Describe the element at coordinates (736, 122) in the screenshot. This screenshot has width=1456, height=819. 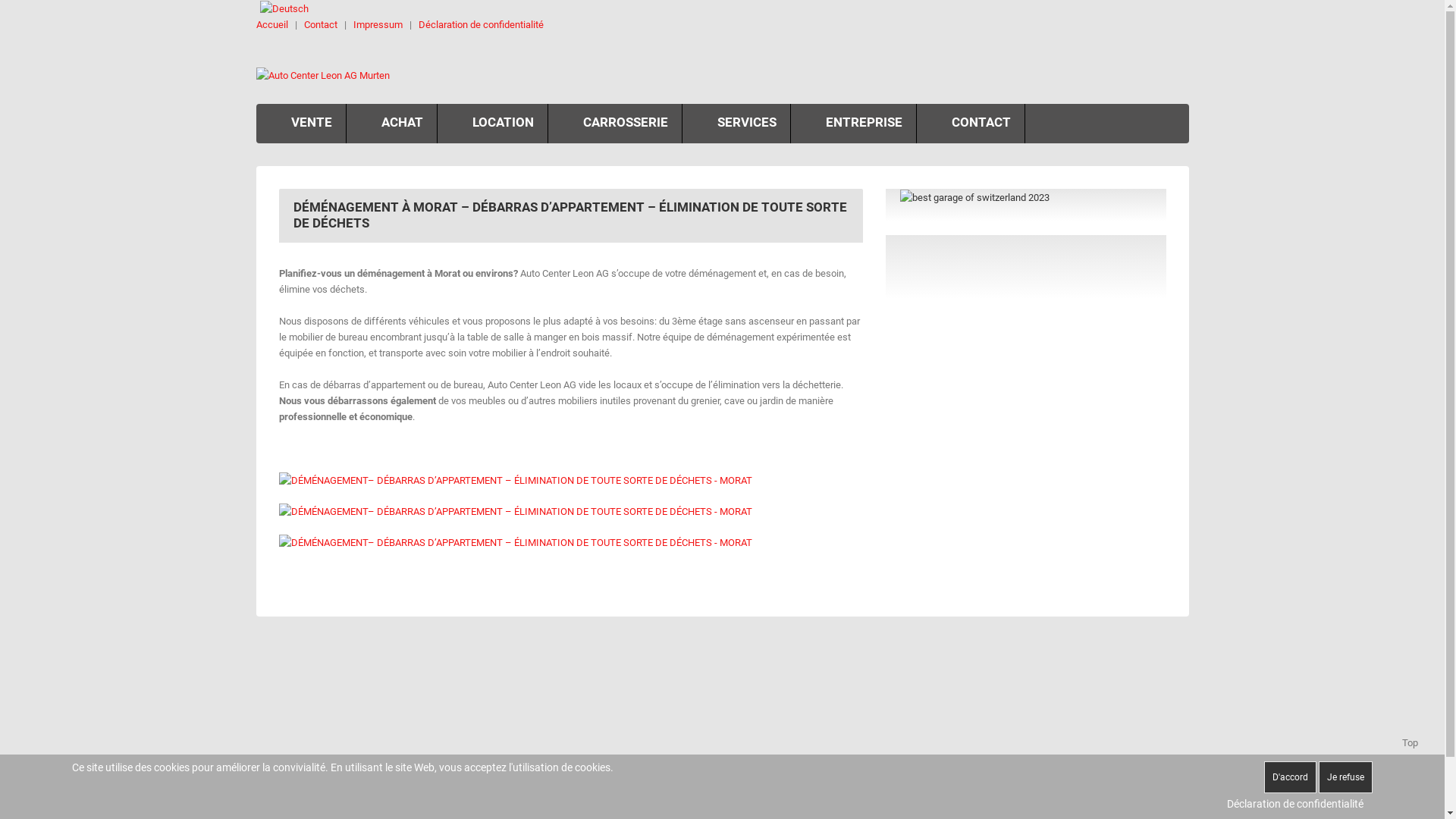
I see `'SERVICES'` at that location.